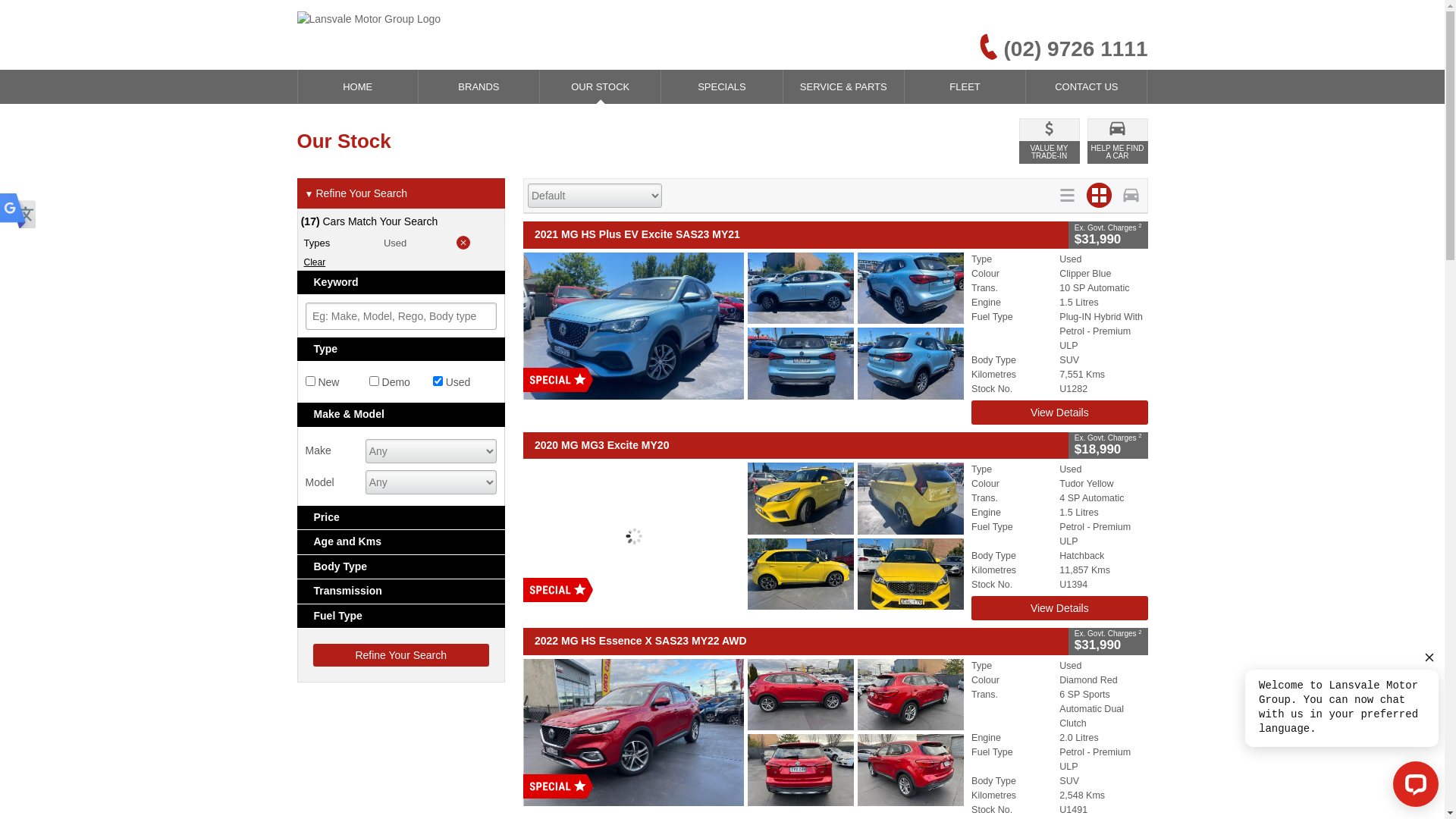 This screenshot has height=819, width=1456. What do you see at coordinates (743, 730) in the screenshot?
I see `'2022 MG HS Essence X SAS23 MY22 AWD Diamond Red'` at bounding box center [743, 730].